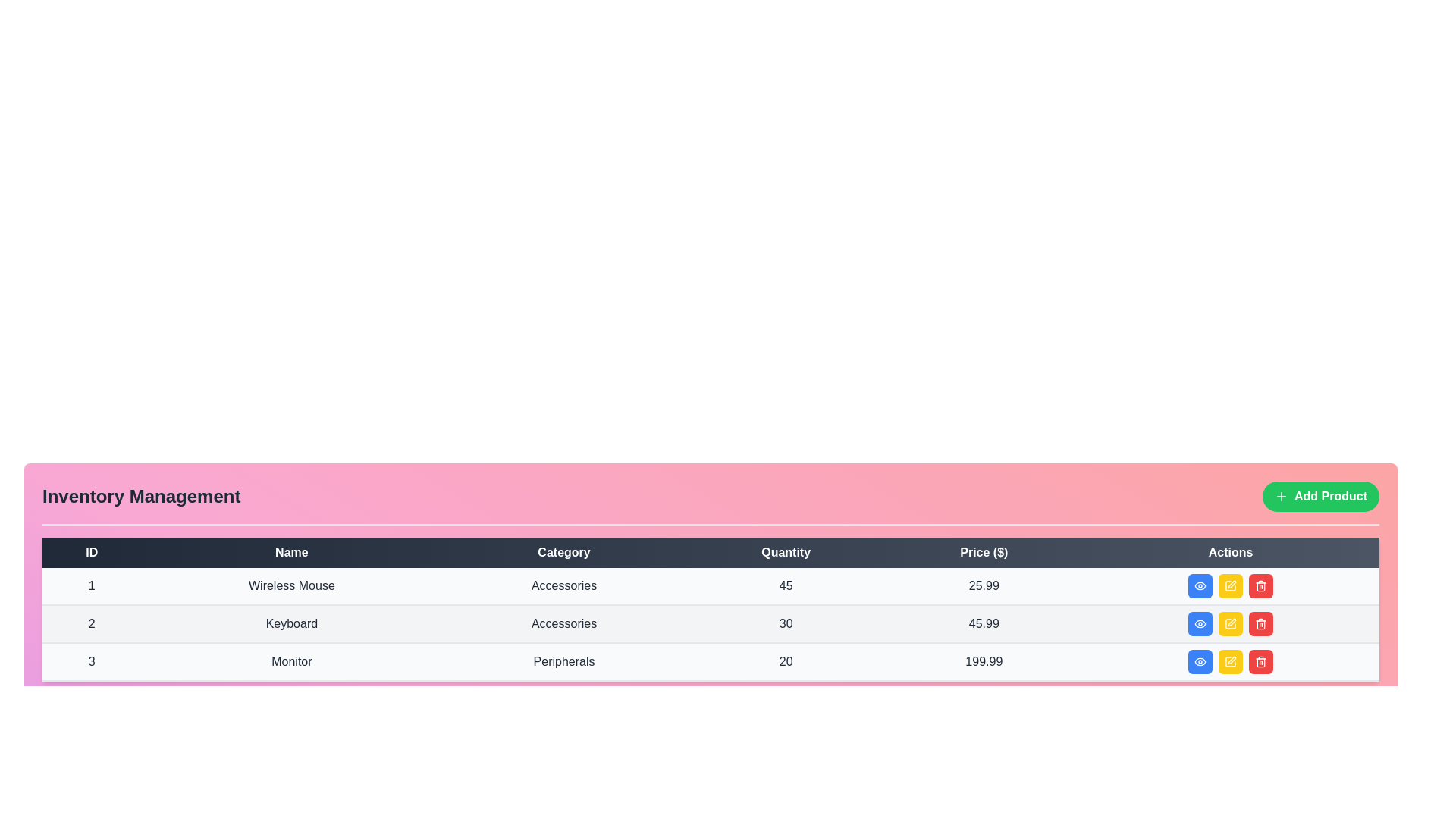 This screenshot has height=819, width=1456. I want to click on the edit button in the 'Actions' column of the second row of the table to initiate the editing action, so click(1231, 623).